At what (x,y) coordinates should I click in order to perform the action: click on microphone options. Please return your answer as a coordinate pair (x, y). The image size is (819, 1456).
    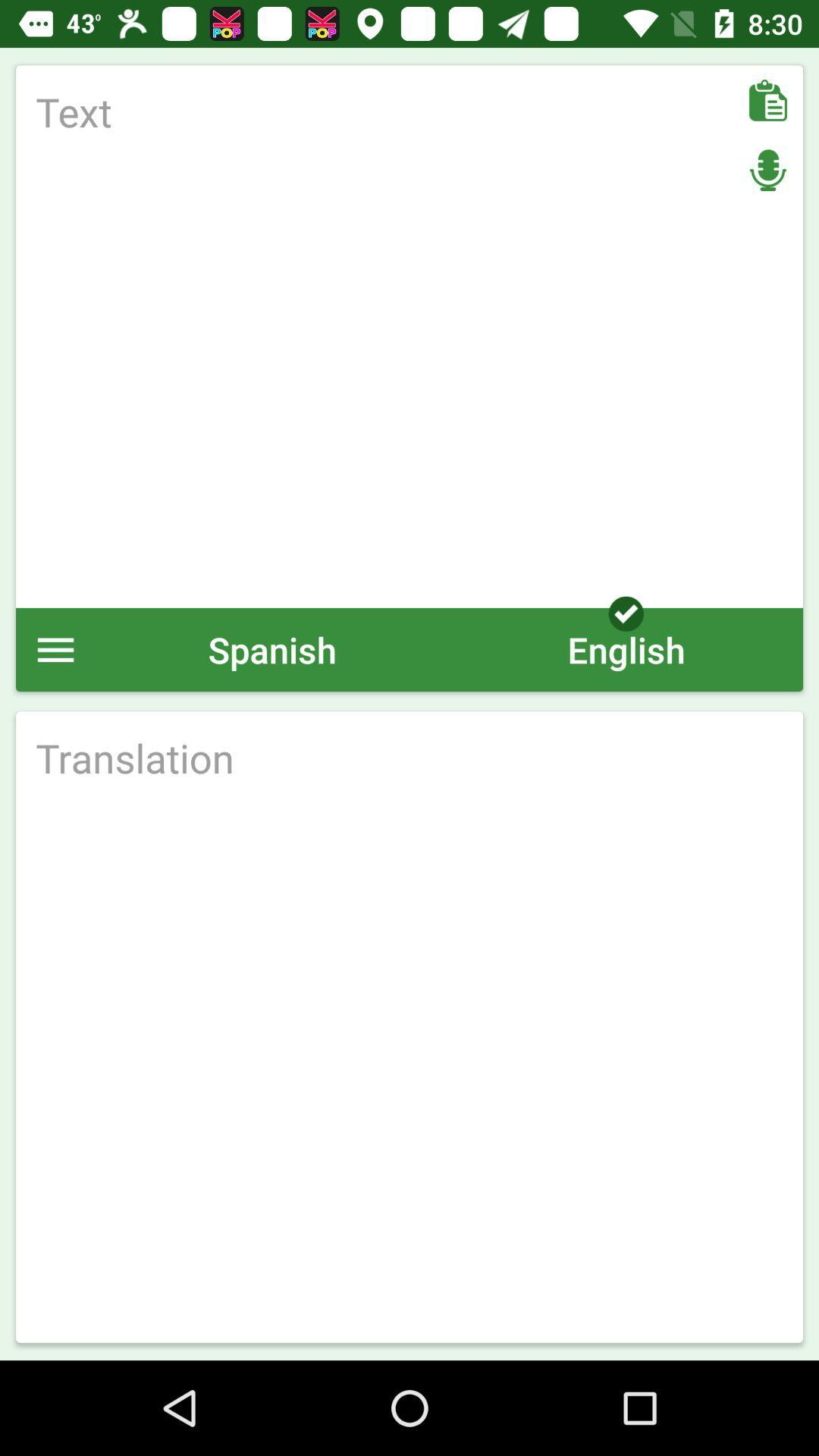
    Looking at the image, I should click on (767, 170).